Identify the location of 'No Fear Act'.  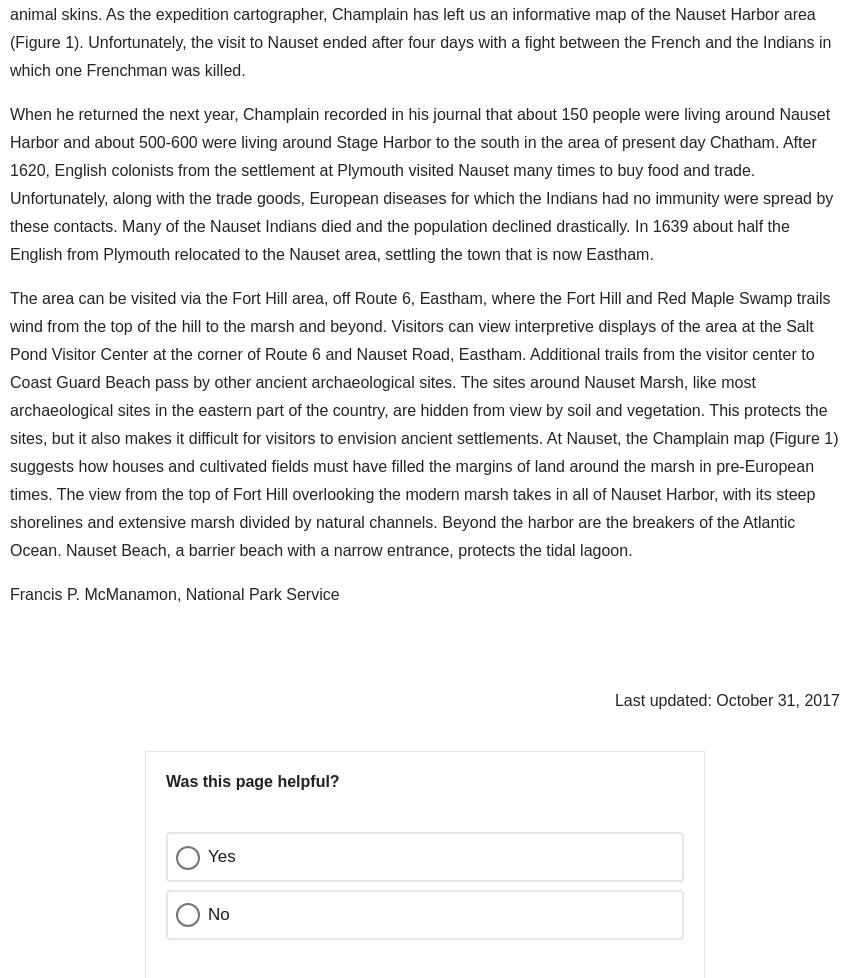
(119, 928).